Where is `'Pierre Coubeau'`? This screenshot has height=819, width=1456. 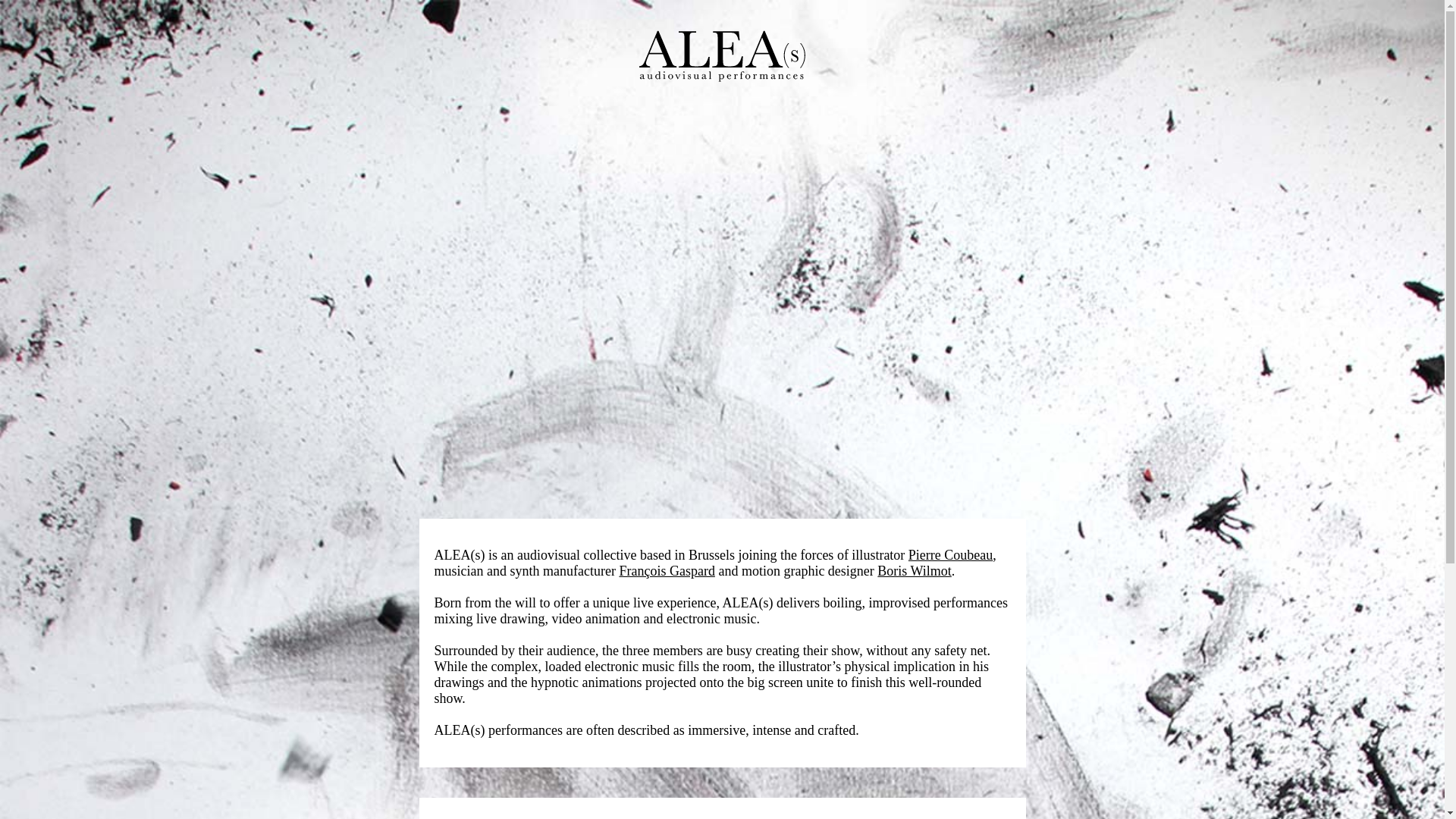
'Pierre Coubeau' is located at coordinates (949, 555).